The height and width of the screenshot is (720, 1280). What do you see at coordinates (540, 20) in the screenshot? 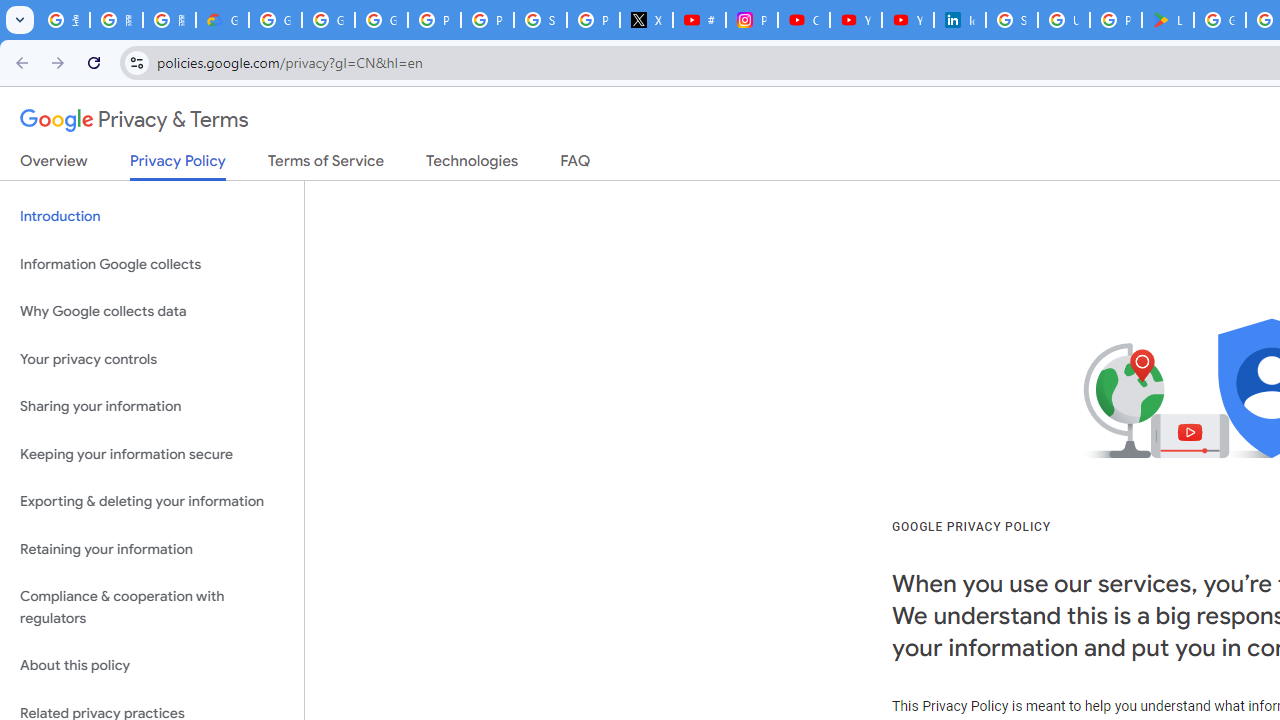
I see `'Sign in - Google Accounts'` at bounding box center [540, 20].